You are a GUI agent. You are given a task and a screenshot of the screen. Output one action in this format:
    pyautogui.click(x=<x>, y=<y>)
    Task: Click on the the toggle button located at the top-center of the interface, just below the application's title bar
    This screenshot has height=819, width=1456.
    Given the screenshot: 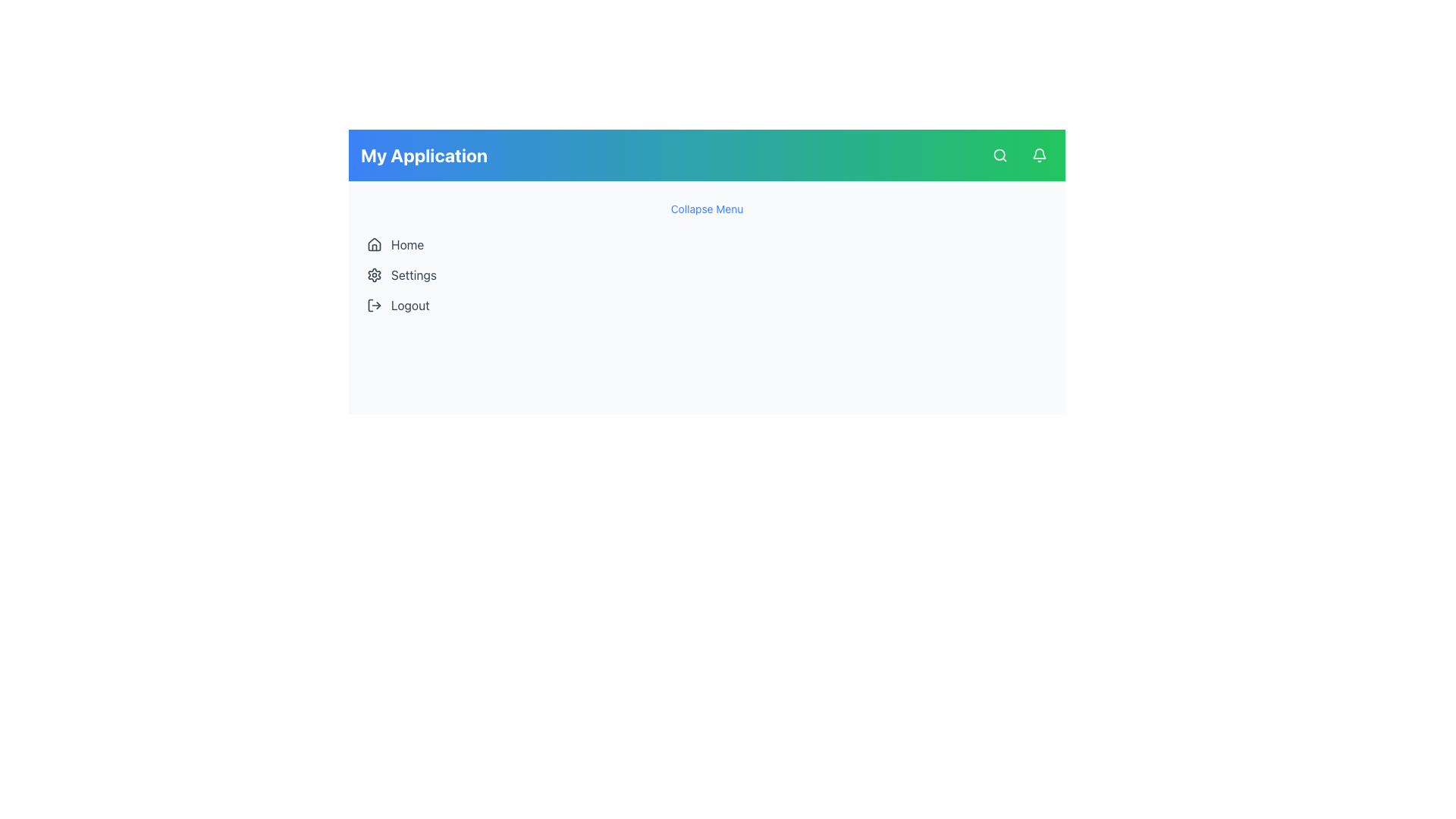 What is the action you would take?
    pyautogui.click(x=706, y=209)
    